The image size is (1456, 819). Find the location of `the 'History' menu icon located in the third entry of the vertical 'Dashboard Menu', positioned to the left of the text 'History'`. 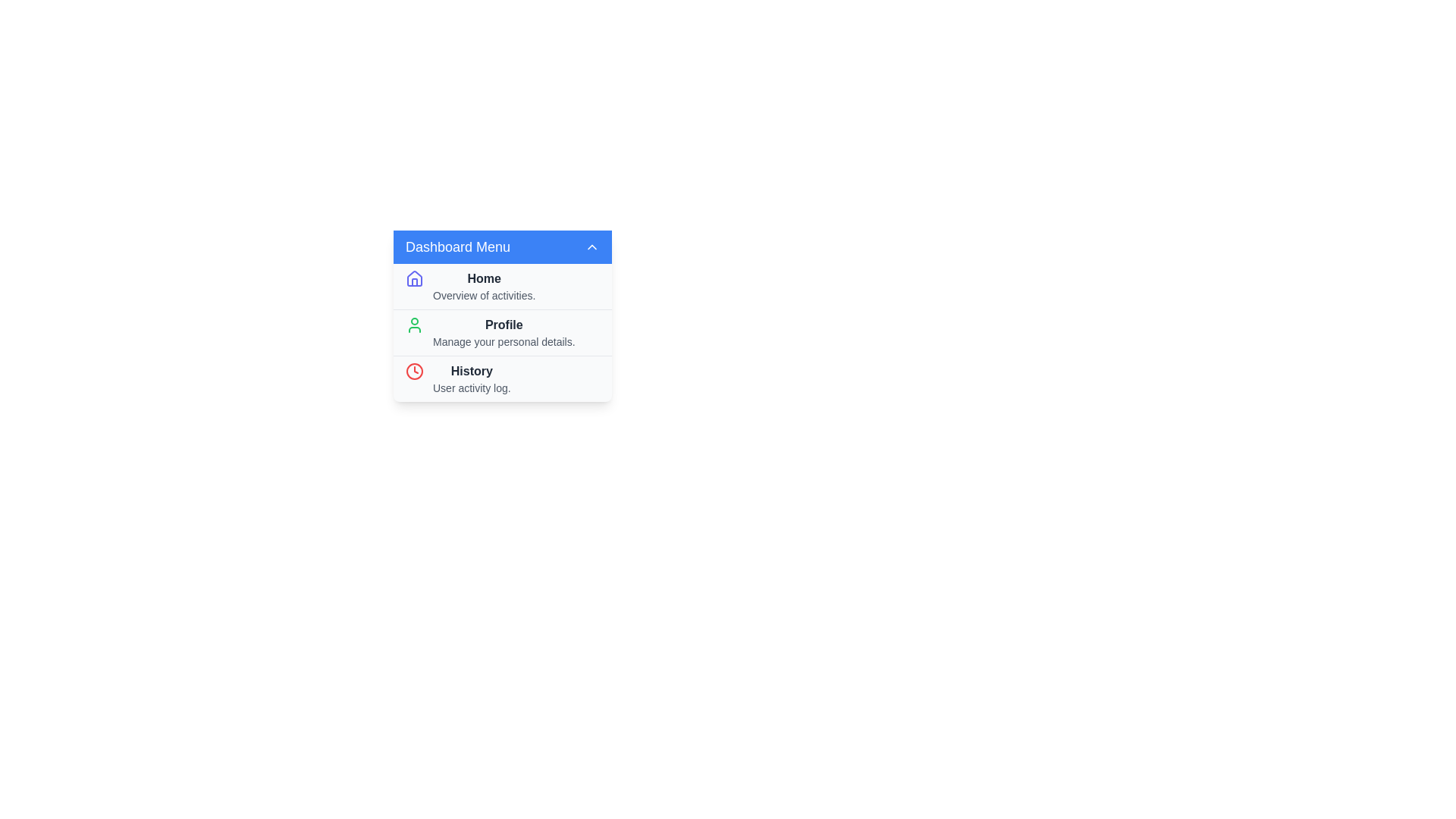

the 'History' menu icon located in the third entry of the vertical 'Dashboard Menu', positioned to the left of the text 'History' is located at coordinates (415, 371).